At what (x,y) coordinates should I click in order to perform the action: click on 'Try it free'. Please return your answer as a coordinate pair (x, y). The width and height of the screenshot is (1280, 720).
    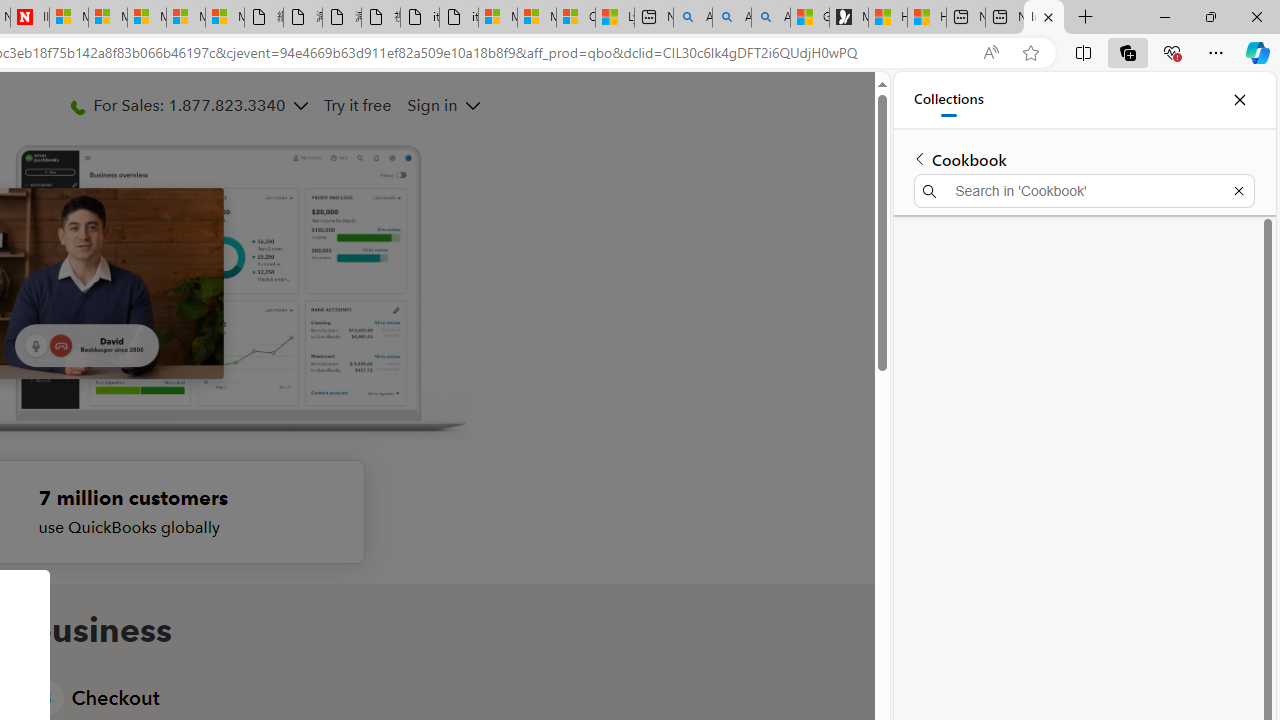
    Looking at the image, I should click on (357, 105).